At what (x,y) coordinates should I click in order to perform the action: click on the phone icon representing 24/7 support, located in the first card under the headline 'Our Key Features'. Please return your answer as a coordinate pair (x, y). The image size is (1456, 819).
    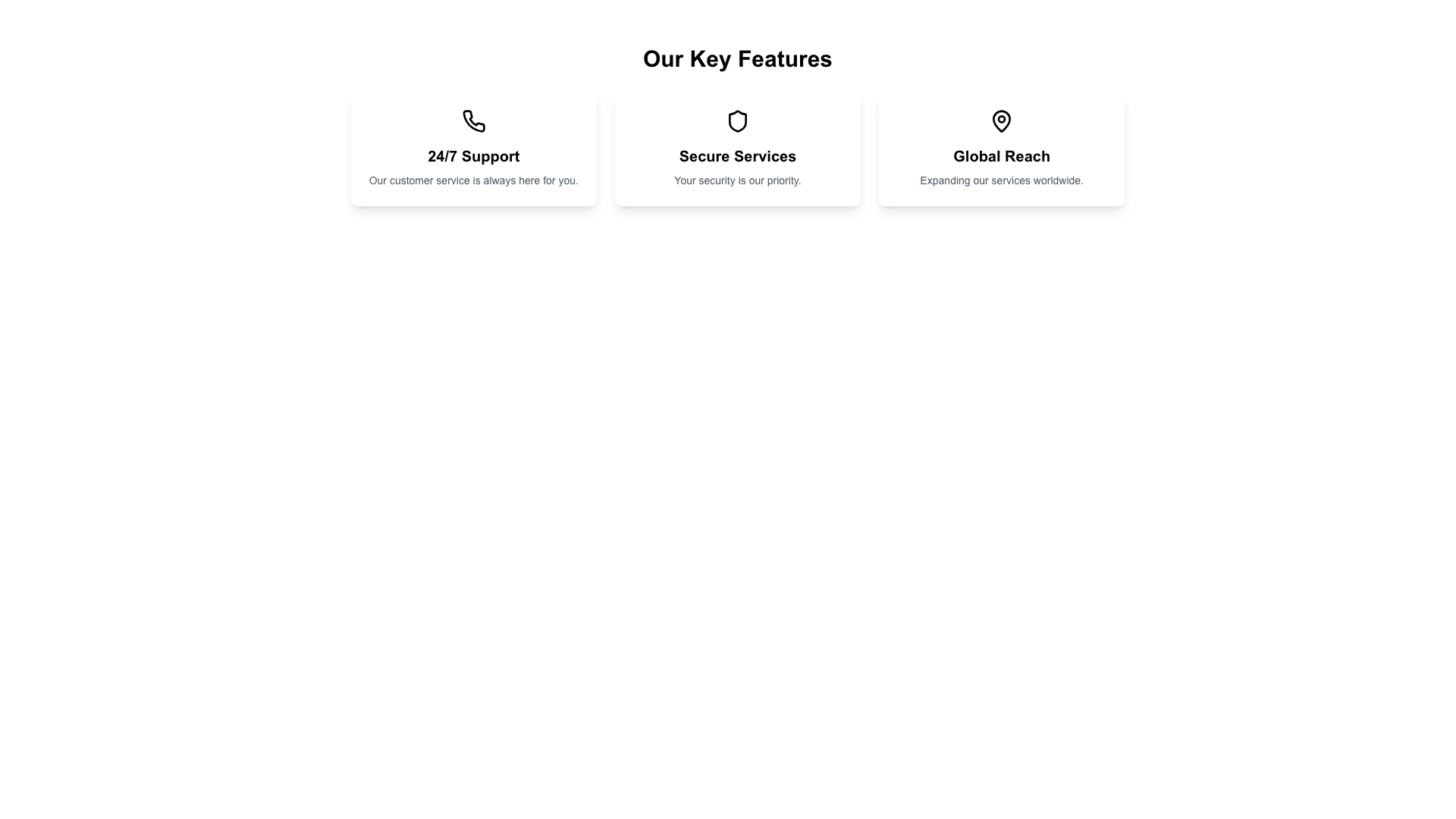
    Looking at the image, I should click on (472, 120).